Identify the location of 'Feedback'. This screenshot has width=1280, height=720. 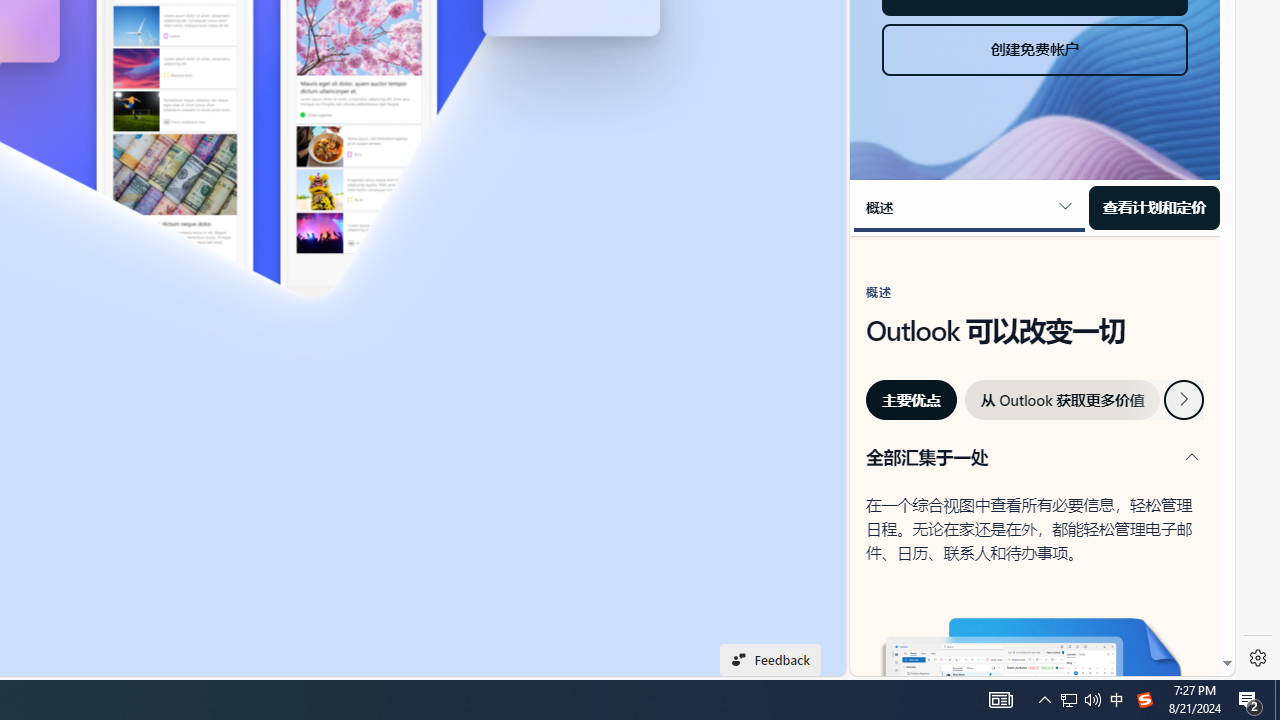
(768, 659).